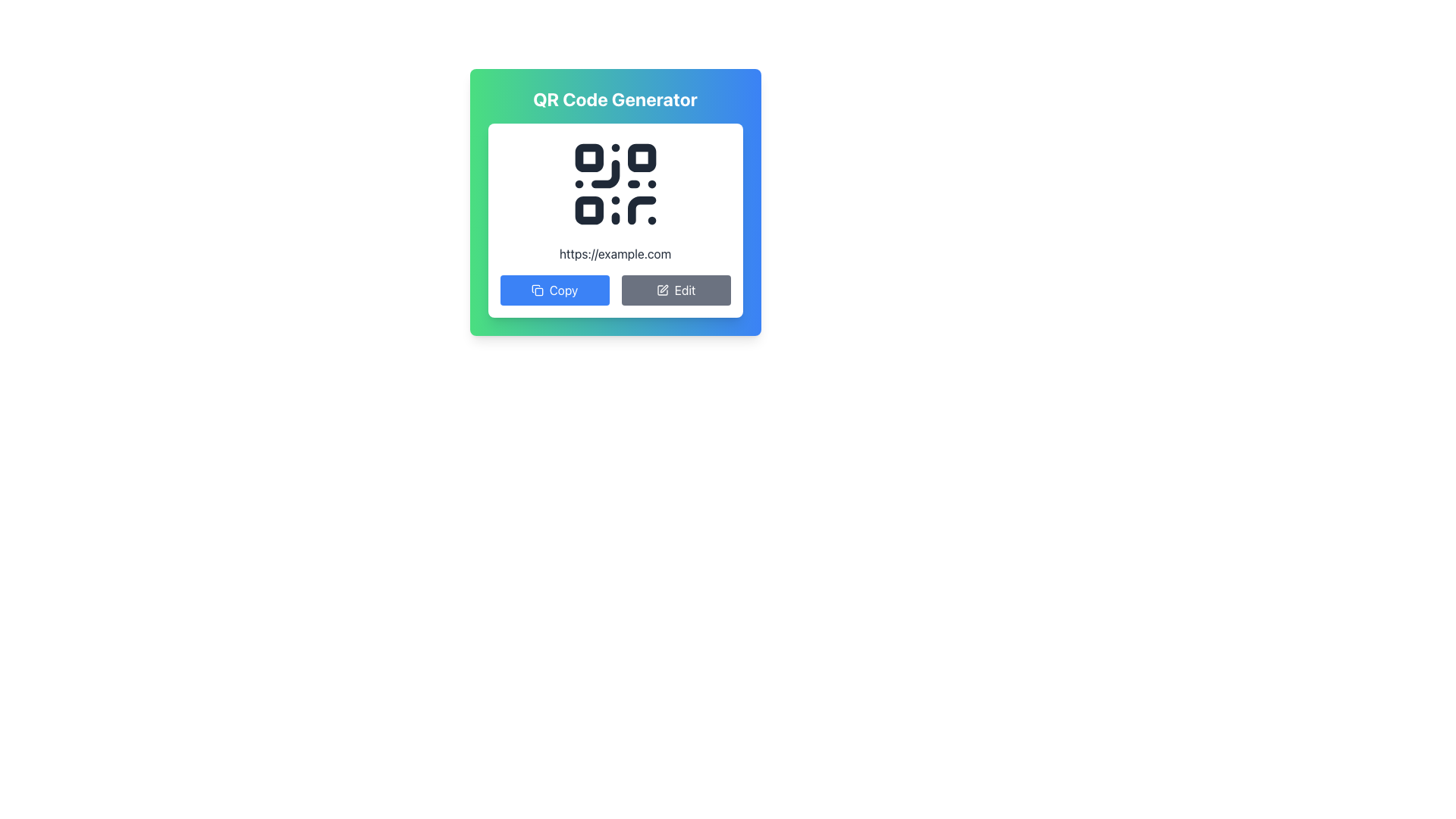 This screenshot has height=819, width=1456. What do you see at coordinates (615, 253) in the screenshot?
I see `the horizontally centered text displaying the URL 'https://example.com', located below the QR code image and above the 'Copy' and 'Edit' buttons` at bounding box center [615, 253].